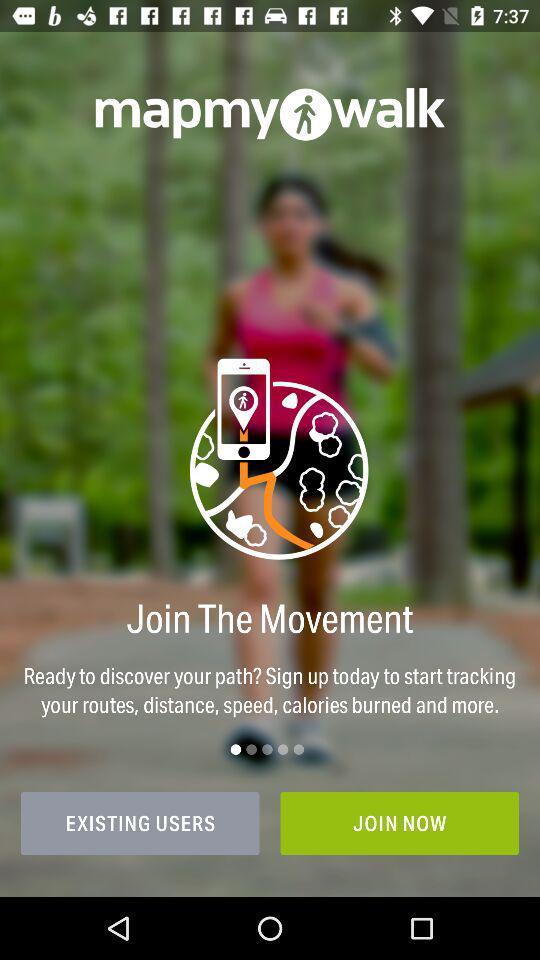 The width and height of the screenshot is (540, 960). I want to click on item at the bottom right corner, so click(399, 823).